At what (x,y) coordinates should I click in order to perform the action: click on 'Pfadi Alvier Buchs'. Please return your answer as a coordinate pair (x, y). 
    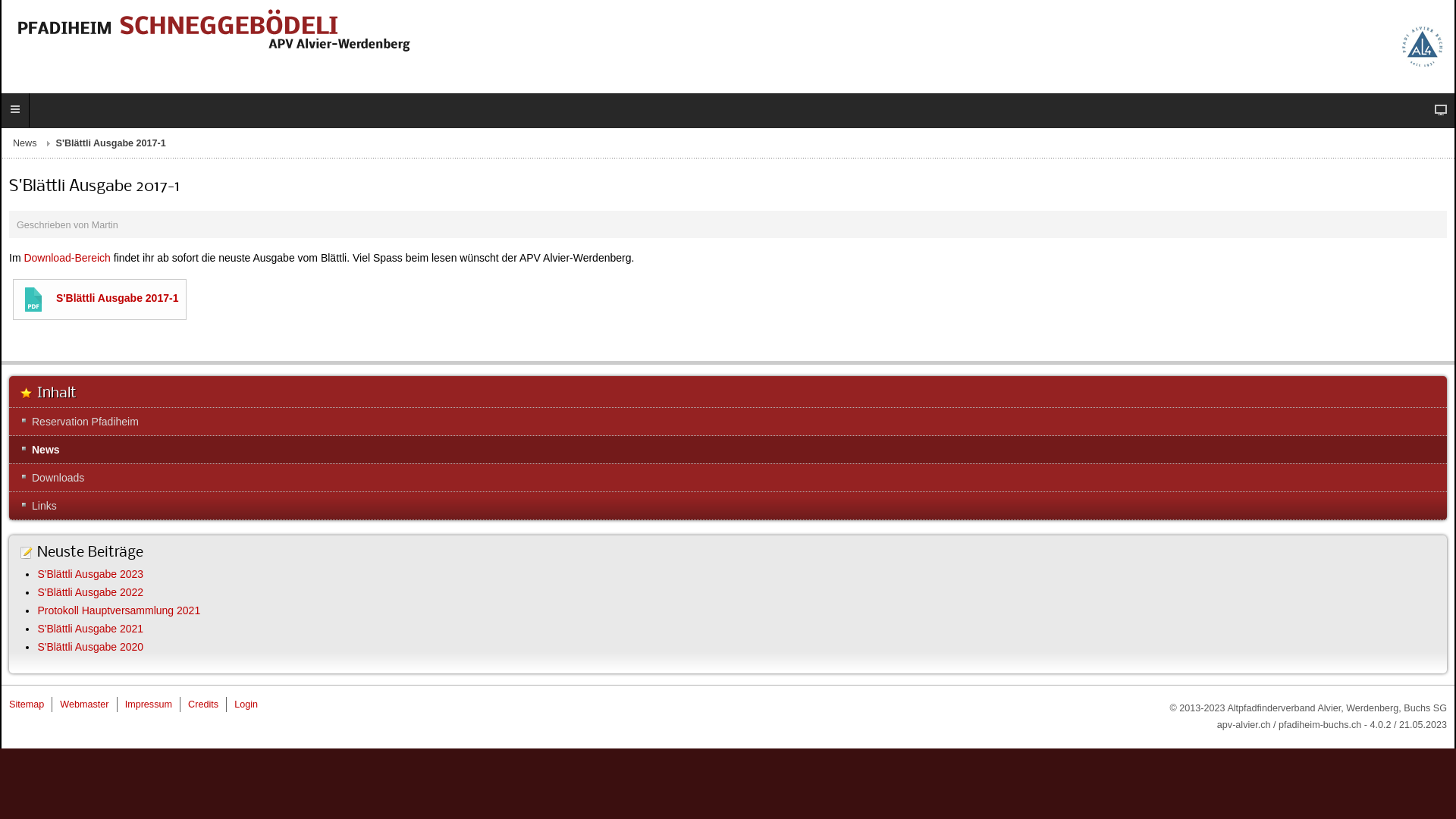
    Looking at the image, I should click on (1401, 45).